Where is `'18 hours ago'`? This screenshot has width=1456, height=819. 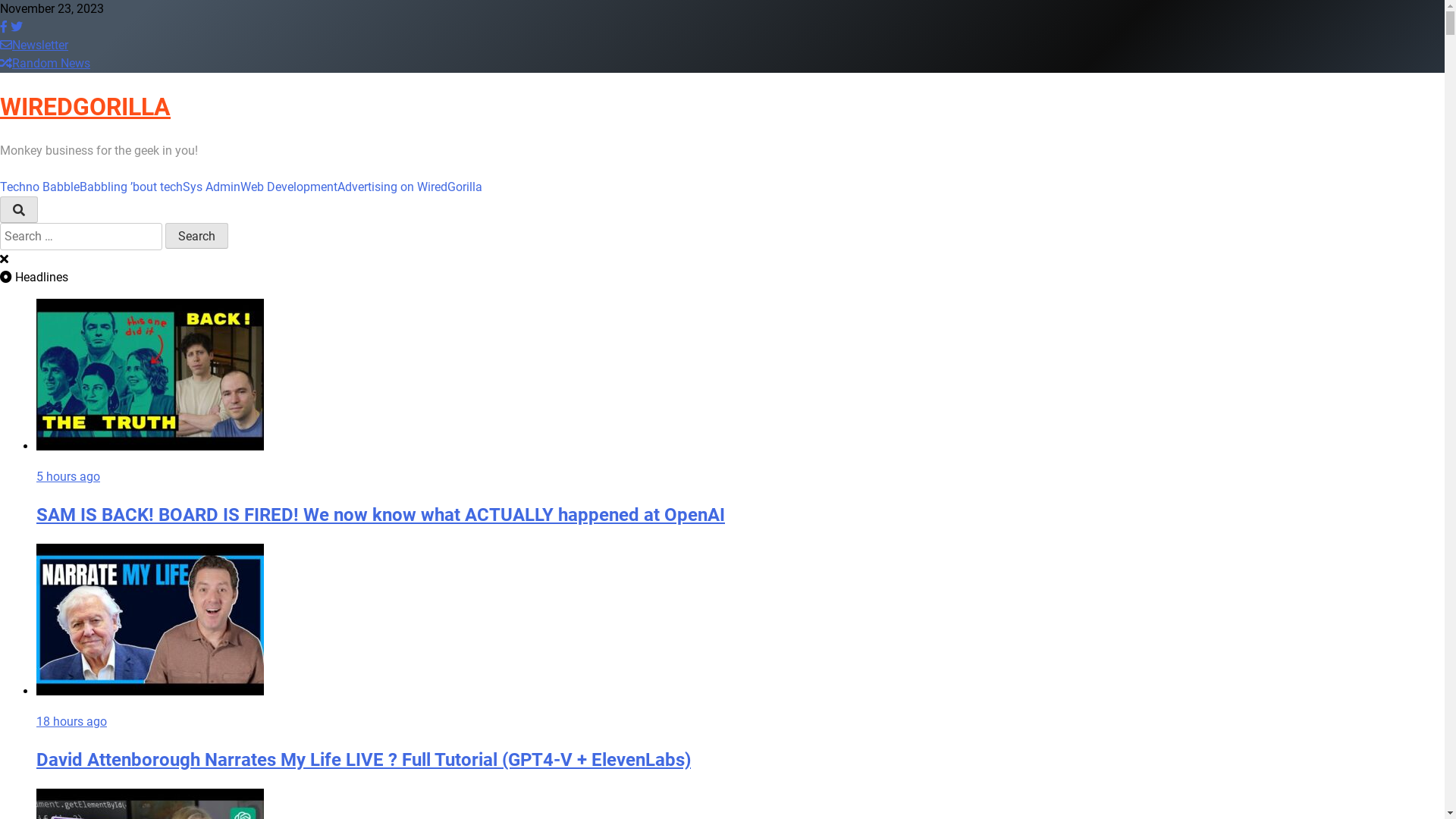
'18 hours ago' is located at coordinates (71, 720).